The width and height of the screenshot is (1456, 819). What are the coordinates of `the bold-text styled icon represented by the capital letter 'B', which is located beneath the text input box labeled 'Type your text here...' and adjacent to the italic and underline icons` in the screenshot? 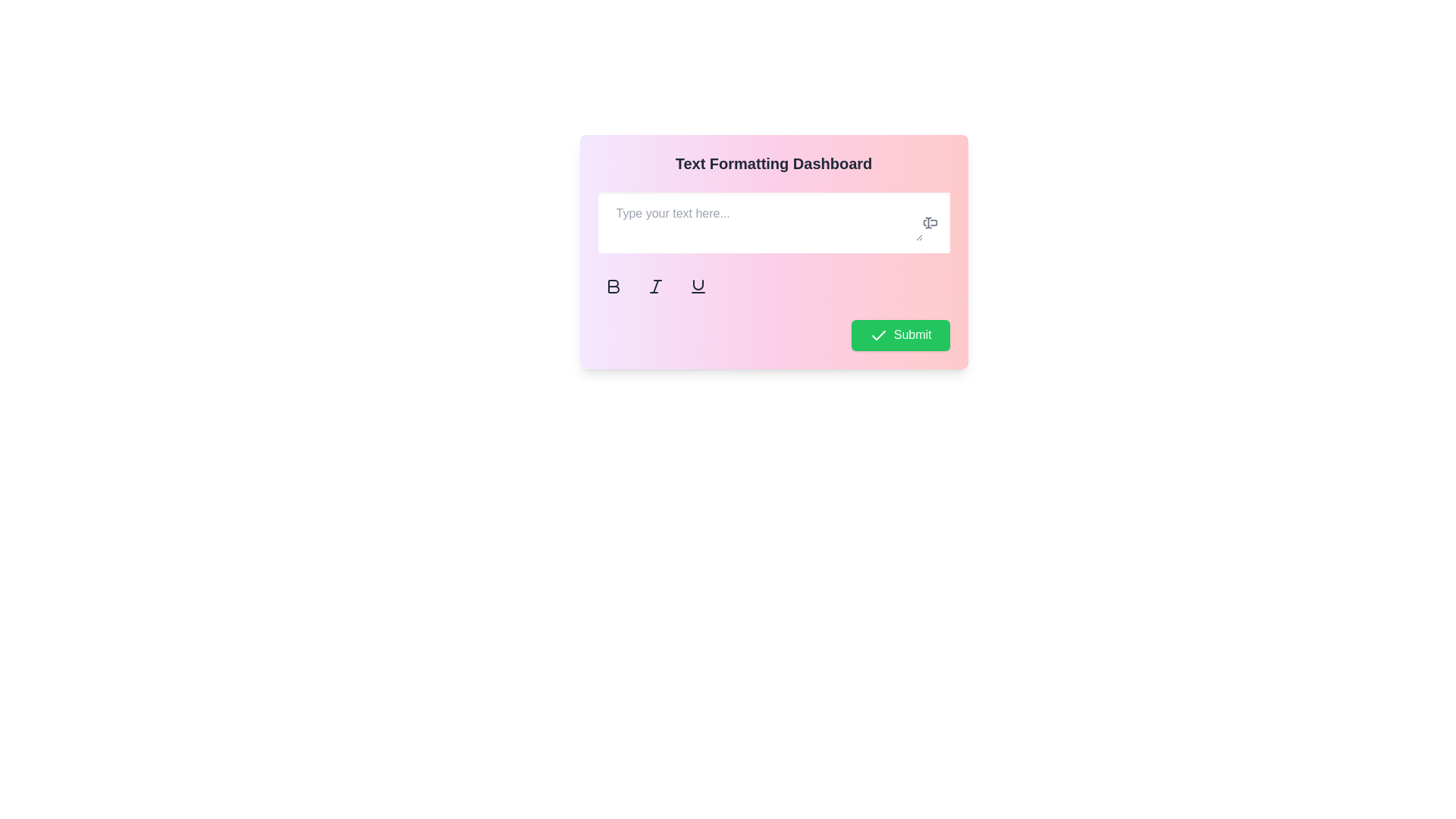 It's located at (613, 287).